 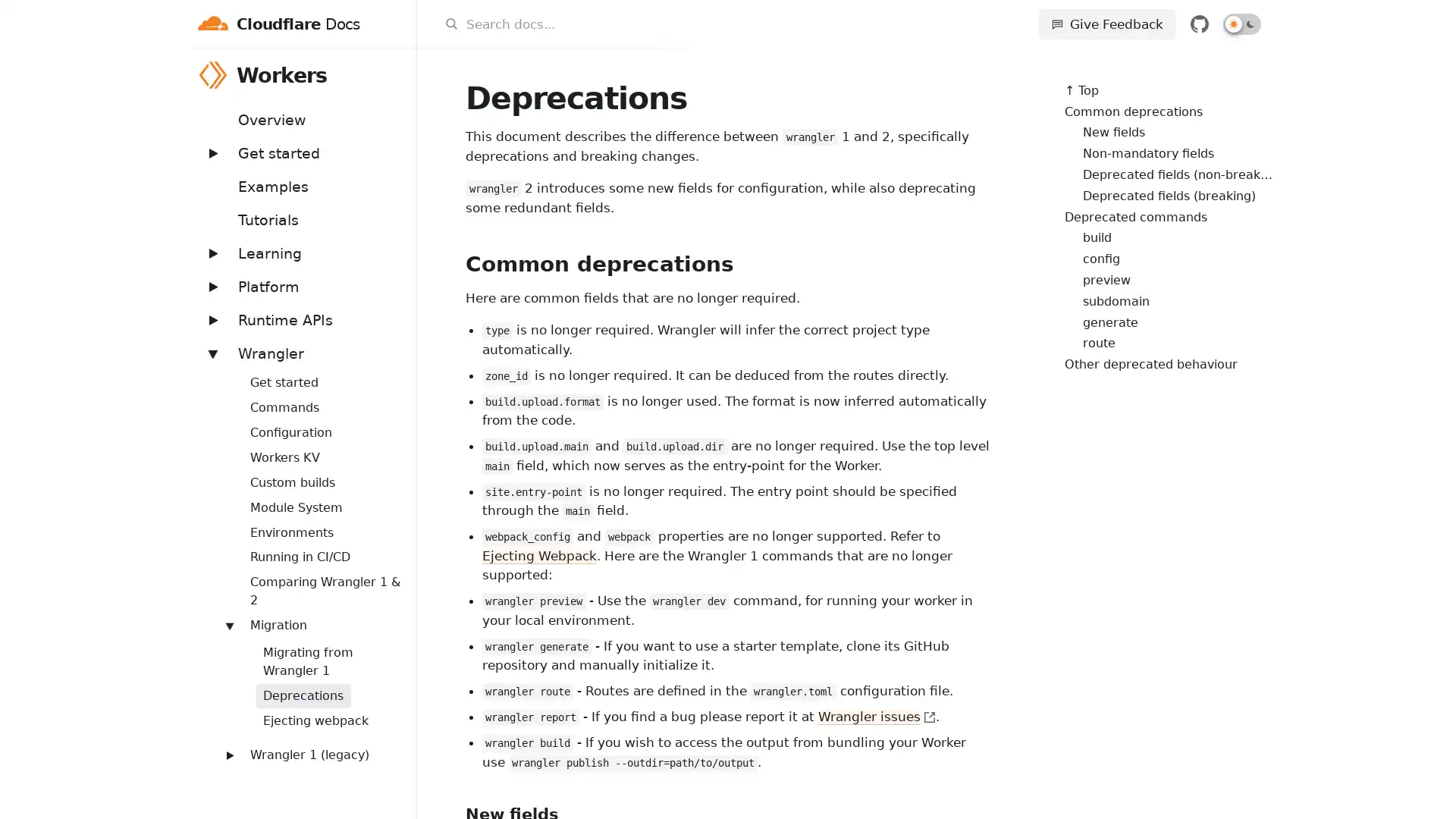 I want to click on Expand: Routing, so click(x=221, y=640).